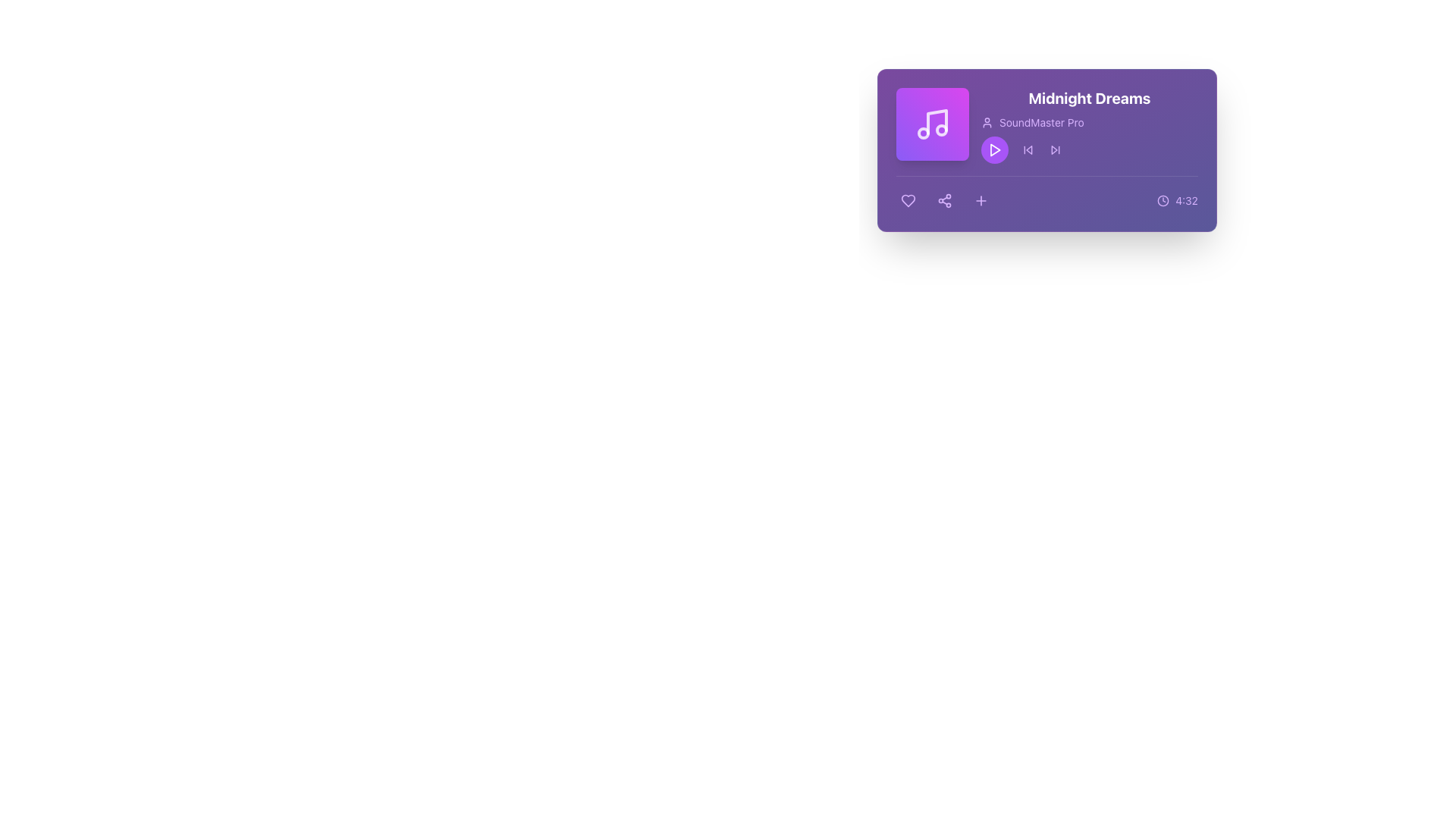 This screenshot has width=1456, height=819. What do you see at coordinates (944, 200) in the screenshot?
I see `the circular button with a purple share icon, which is the middle button in a horizontal row of three options` at bounding box center [944, 200].